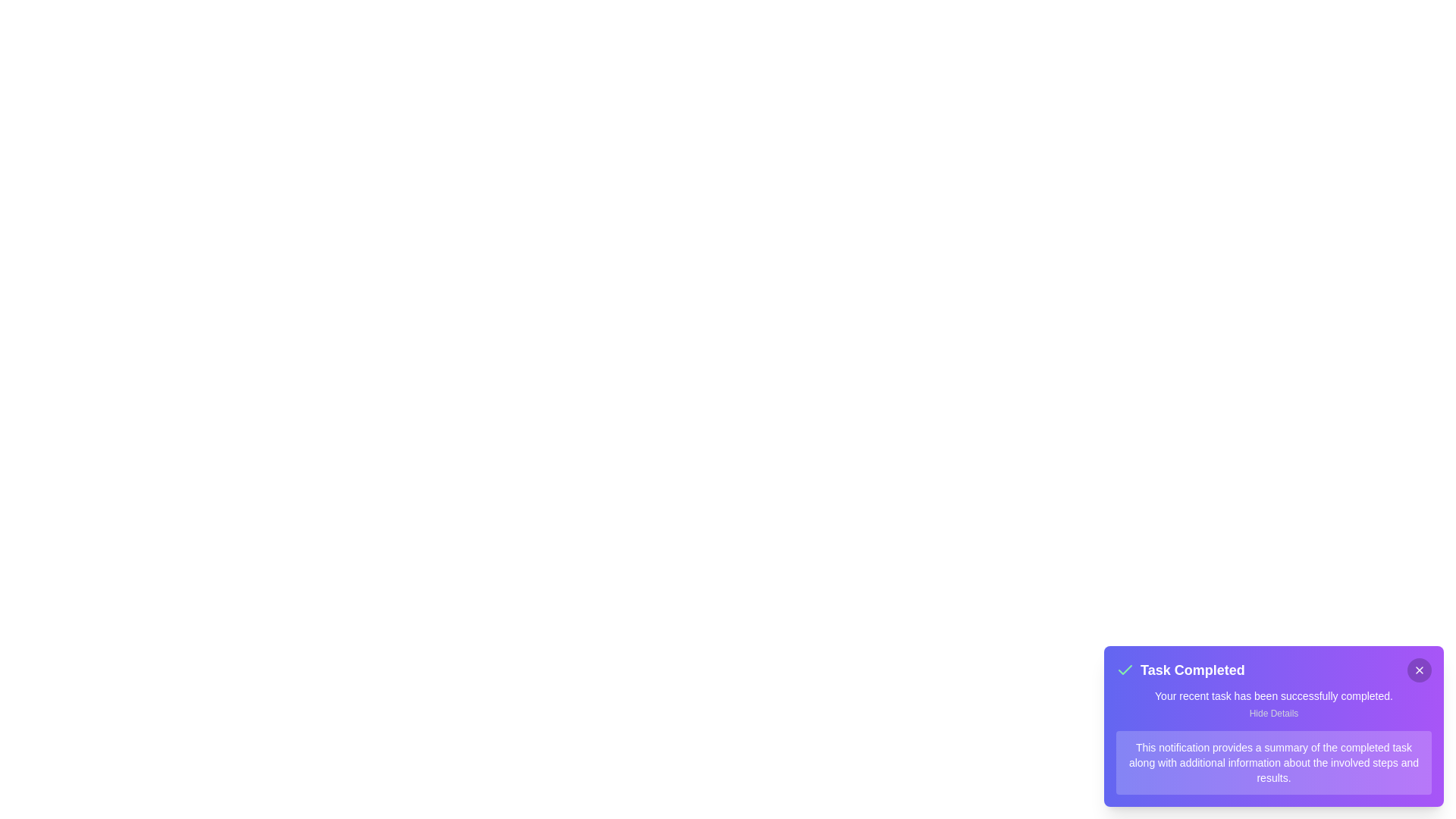 This screenshot has width=1456, height=819. I want to click on the dismiss button to hide the snackbar, so click(1419, 669).